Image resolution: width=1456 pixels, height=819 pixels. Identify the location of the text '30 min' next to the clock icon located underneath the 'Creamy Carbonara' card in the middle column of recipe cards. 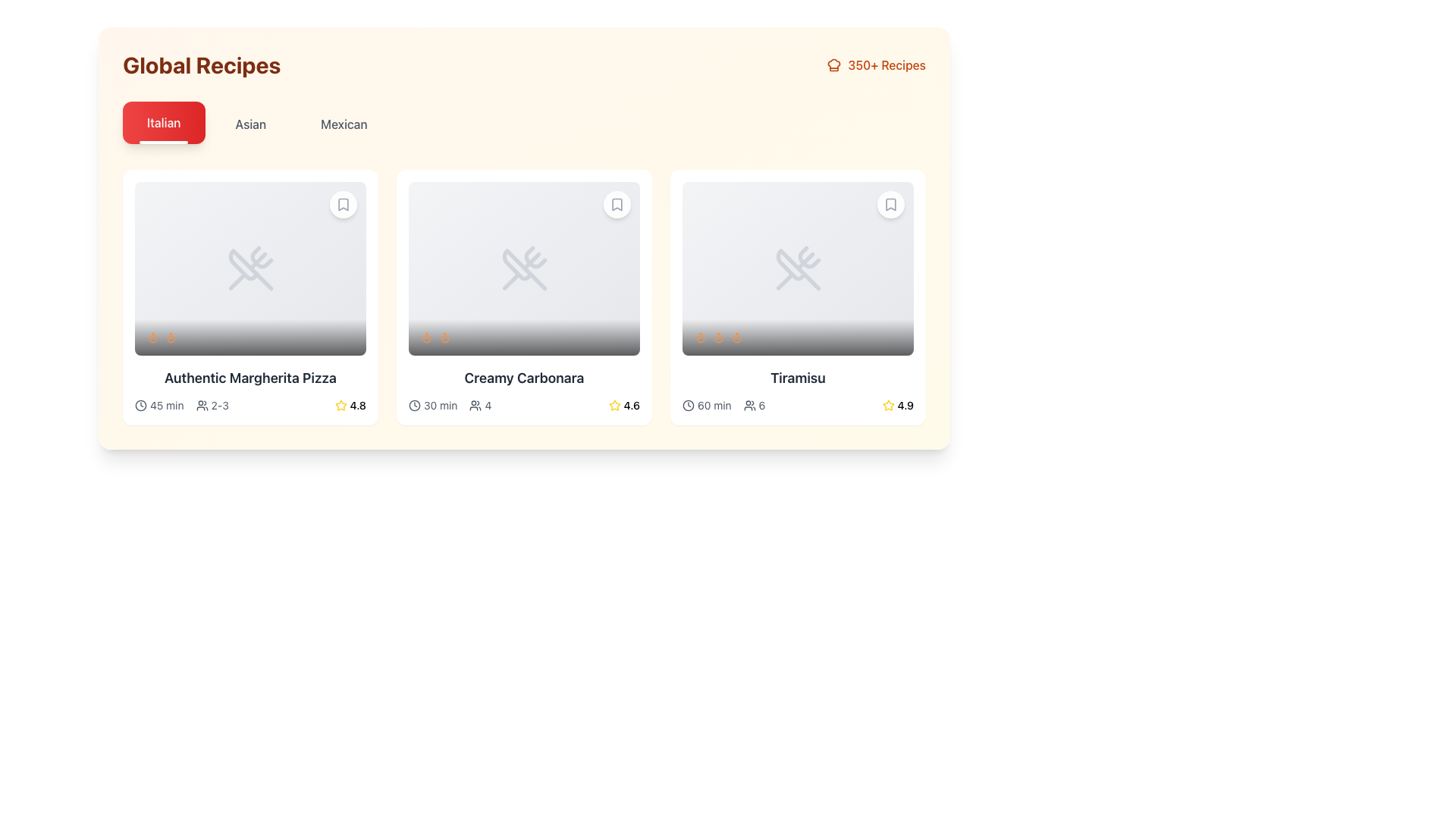
(432, 404).